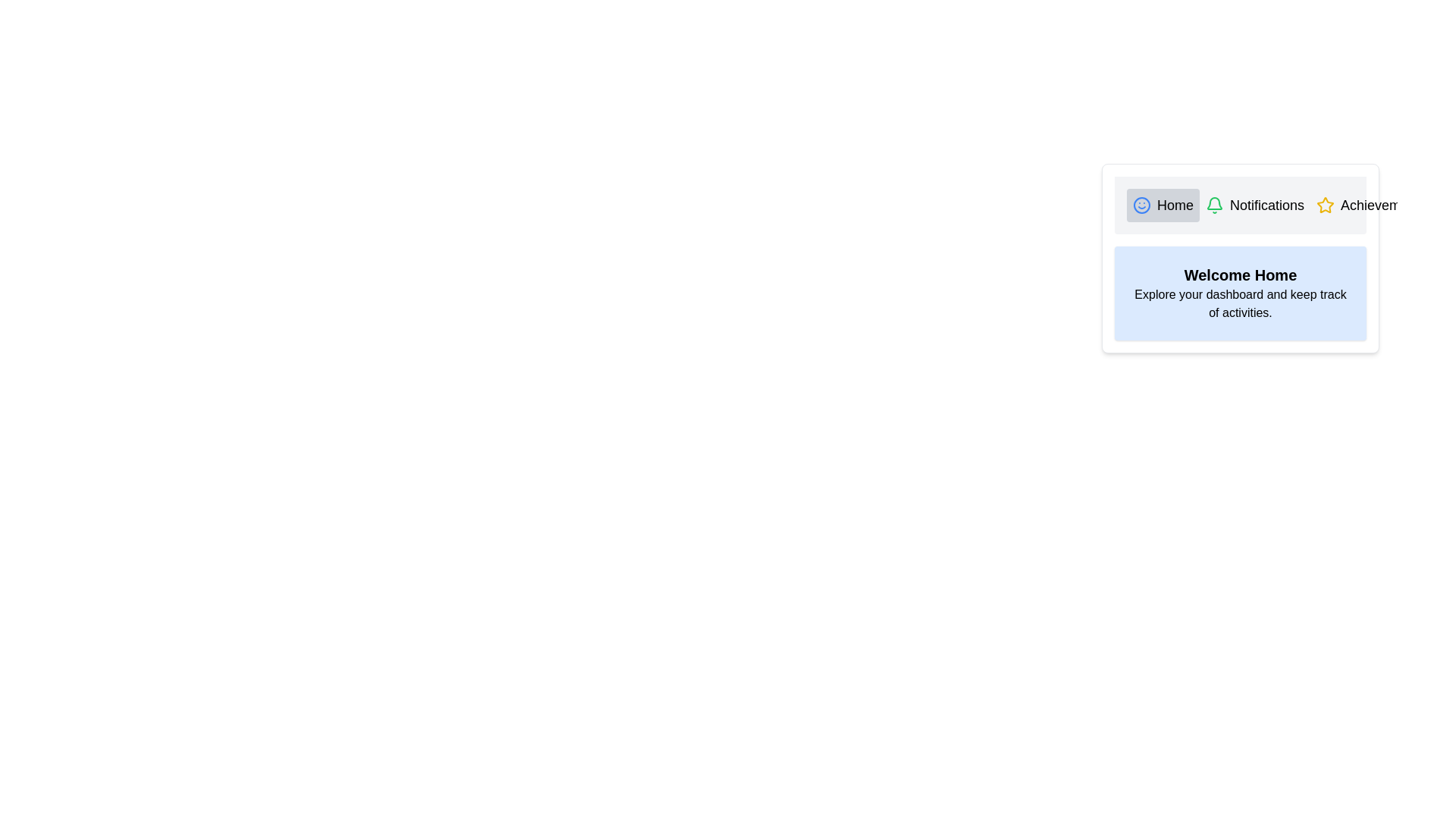 The width and height of the screenshot is (1456, 819). I want to click on the tab labeled Home, so click(1163, 205).